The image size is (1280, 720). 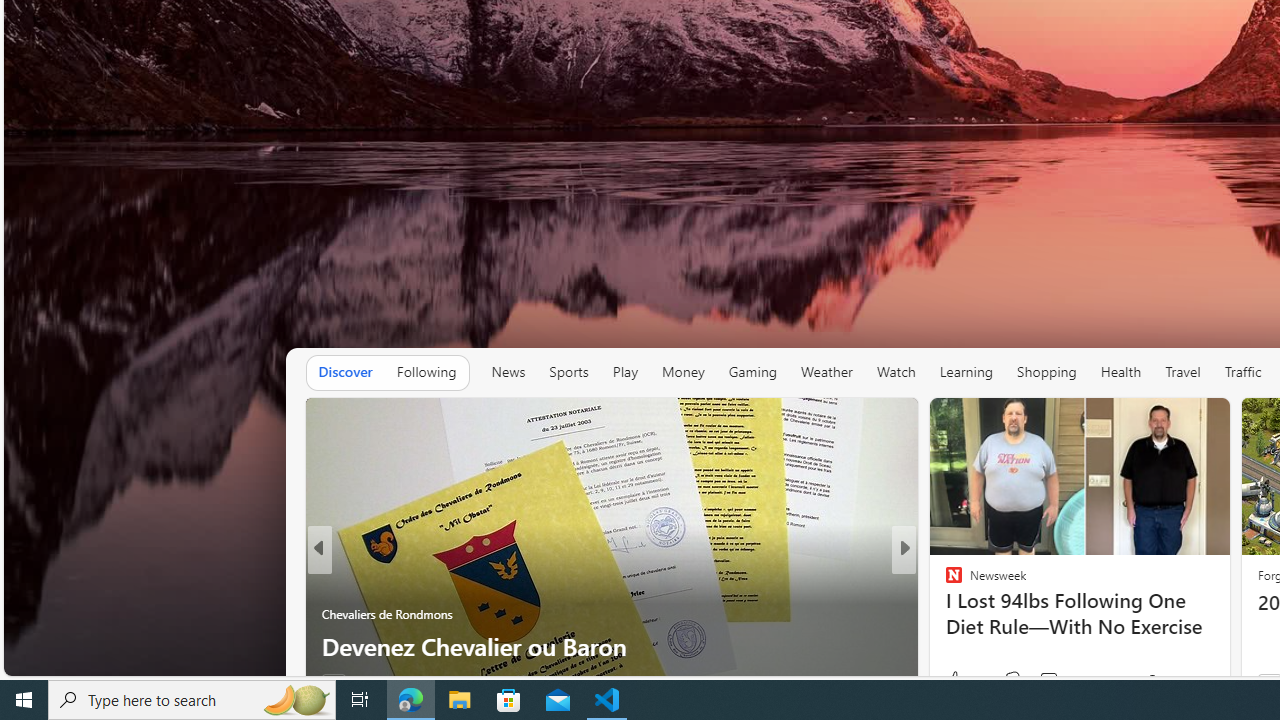 What do you see at coordinates (958, 680) in the screenshot?
I see `'108 Like'` at bounding box center [958, 680].